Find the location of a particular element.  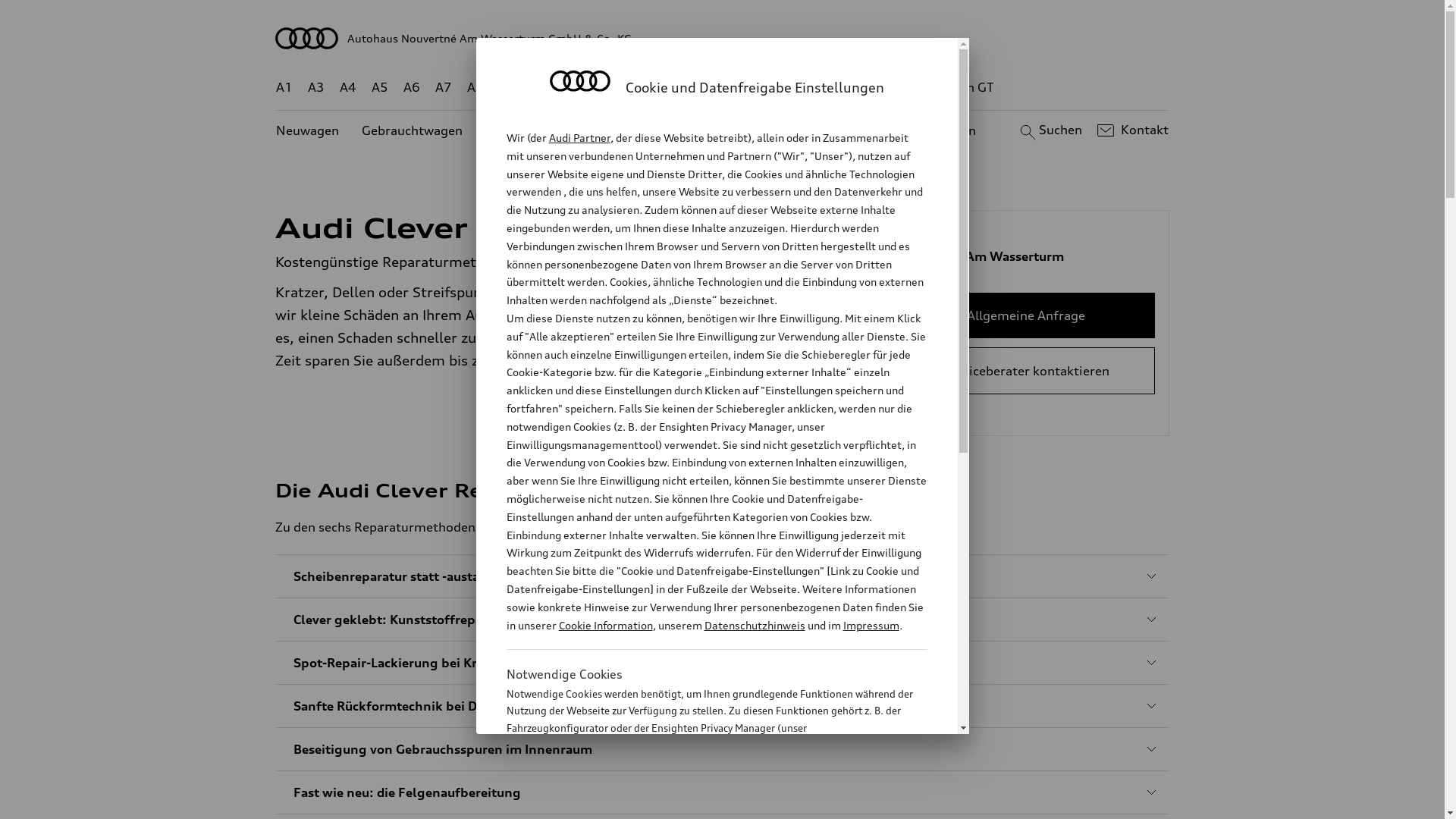

'A4' is located at coordinates (347, 87).